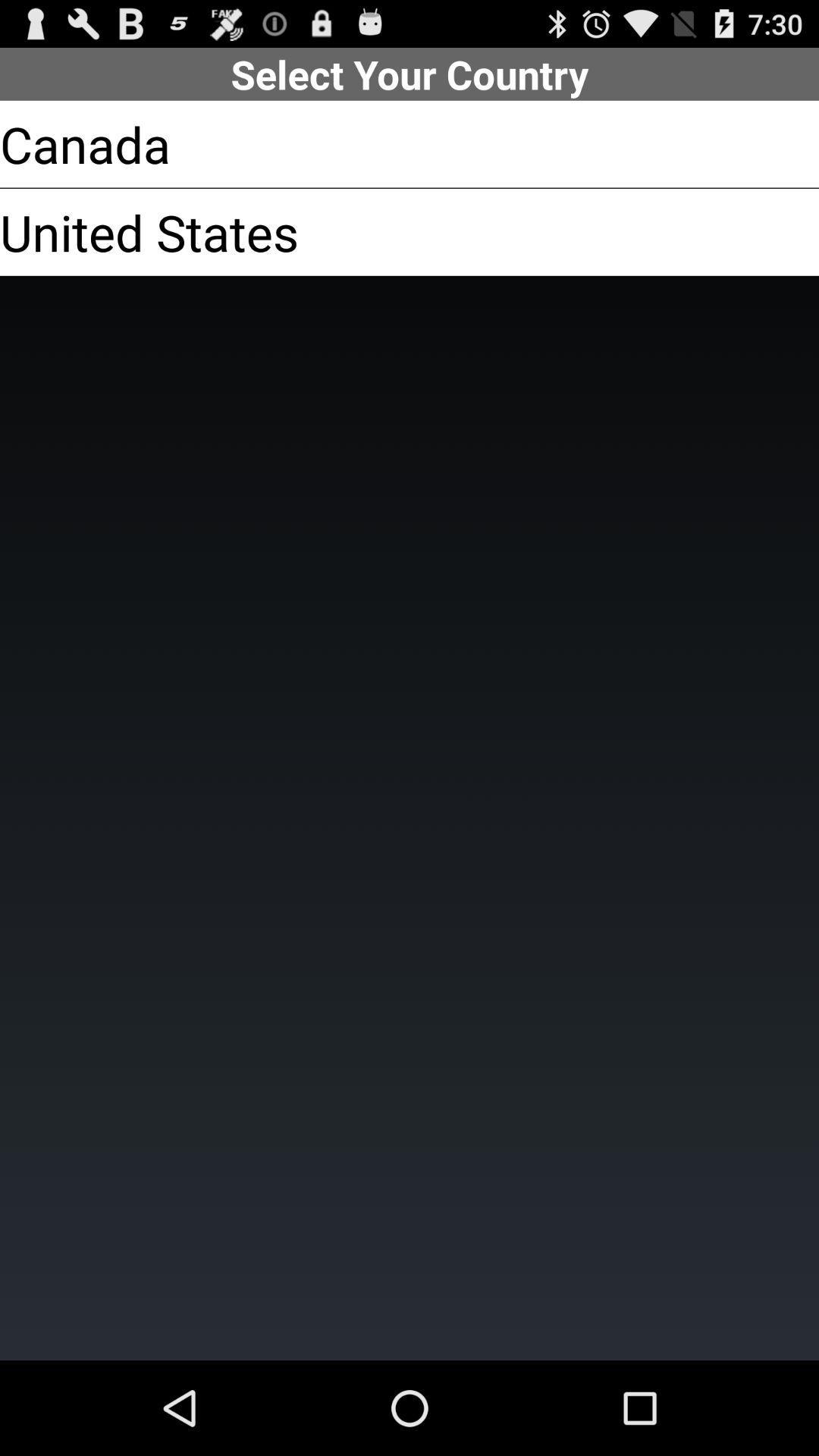  I want to click on the app below the select your country, so click(85, 144).